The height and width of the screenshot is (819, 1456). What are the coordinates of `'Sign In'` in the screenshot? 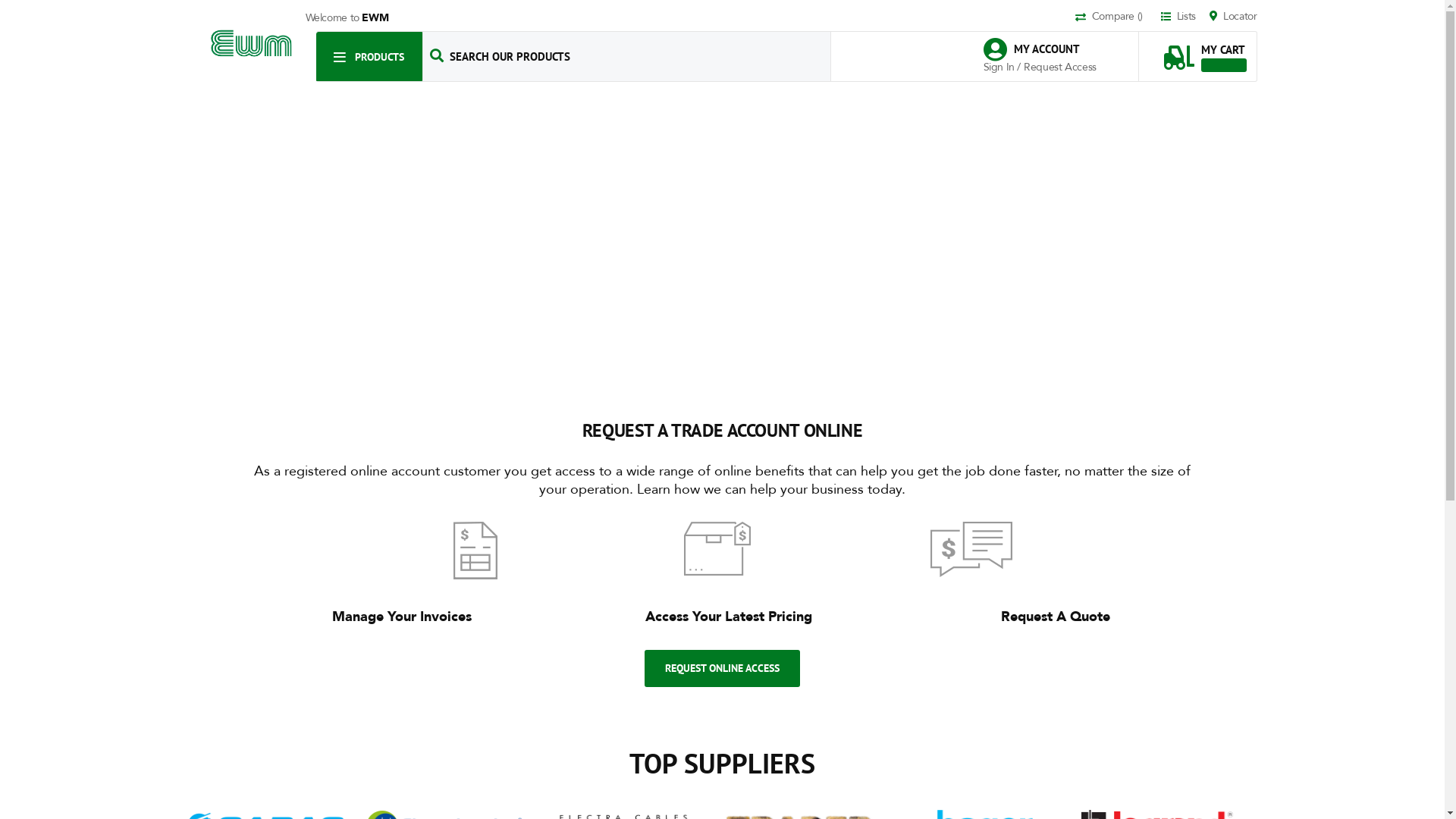 It's located at (999, 66).